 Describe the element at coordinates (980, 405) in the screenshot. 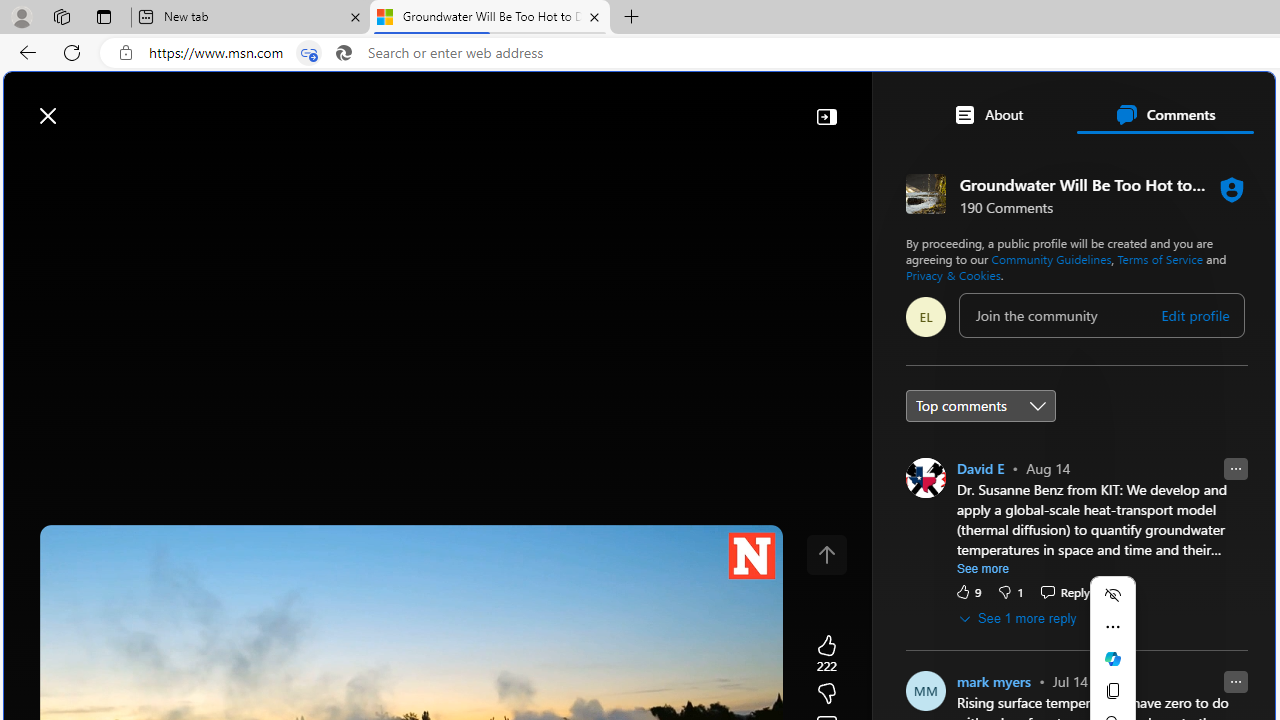

I see `'Sort comments by'` at that location.